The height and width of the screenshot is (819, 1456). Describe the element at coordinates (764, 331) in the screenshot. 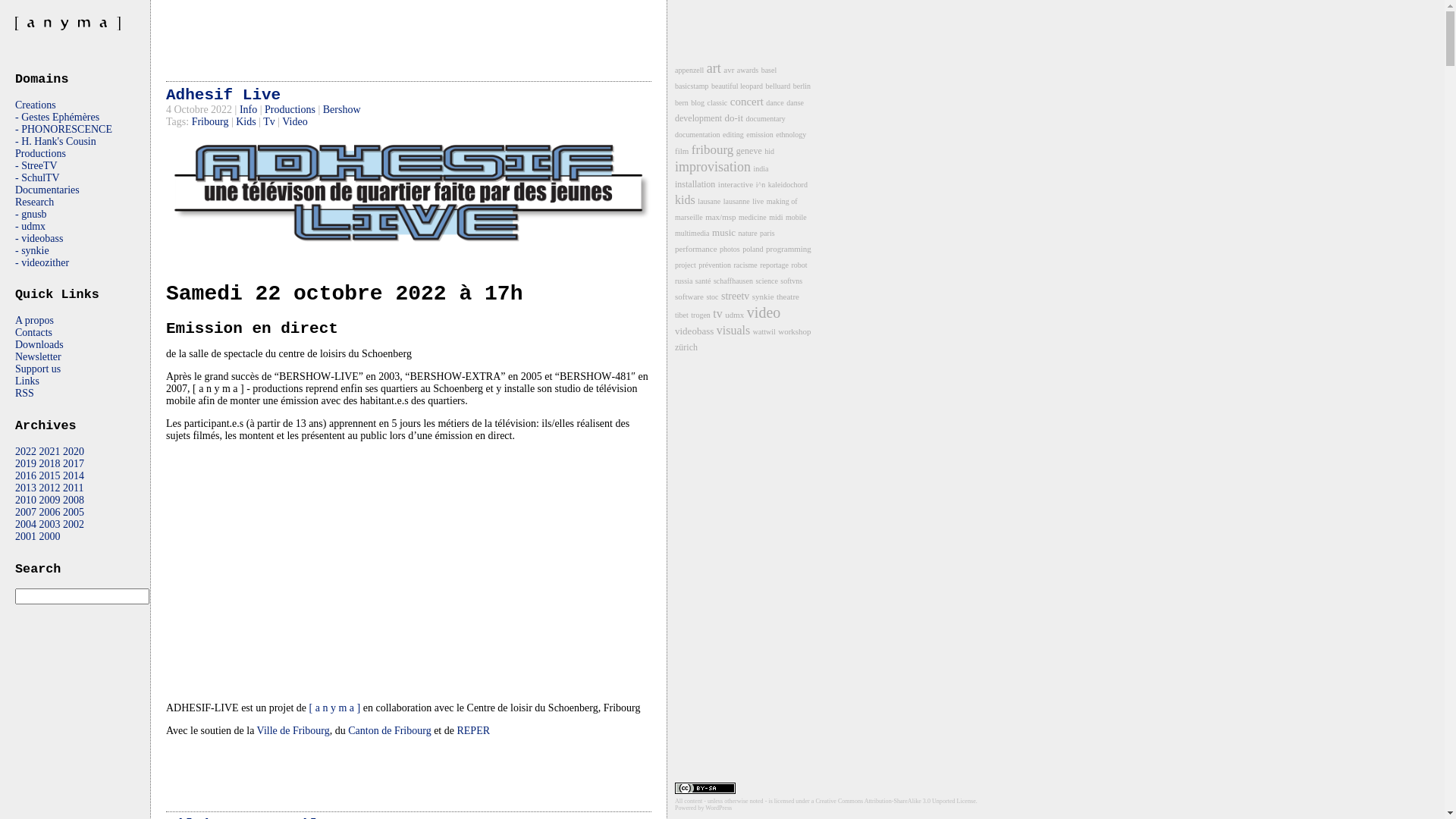

I see `'wattwil'` at that location.